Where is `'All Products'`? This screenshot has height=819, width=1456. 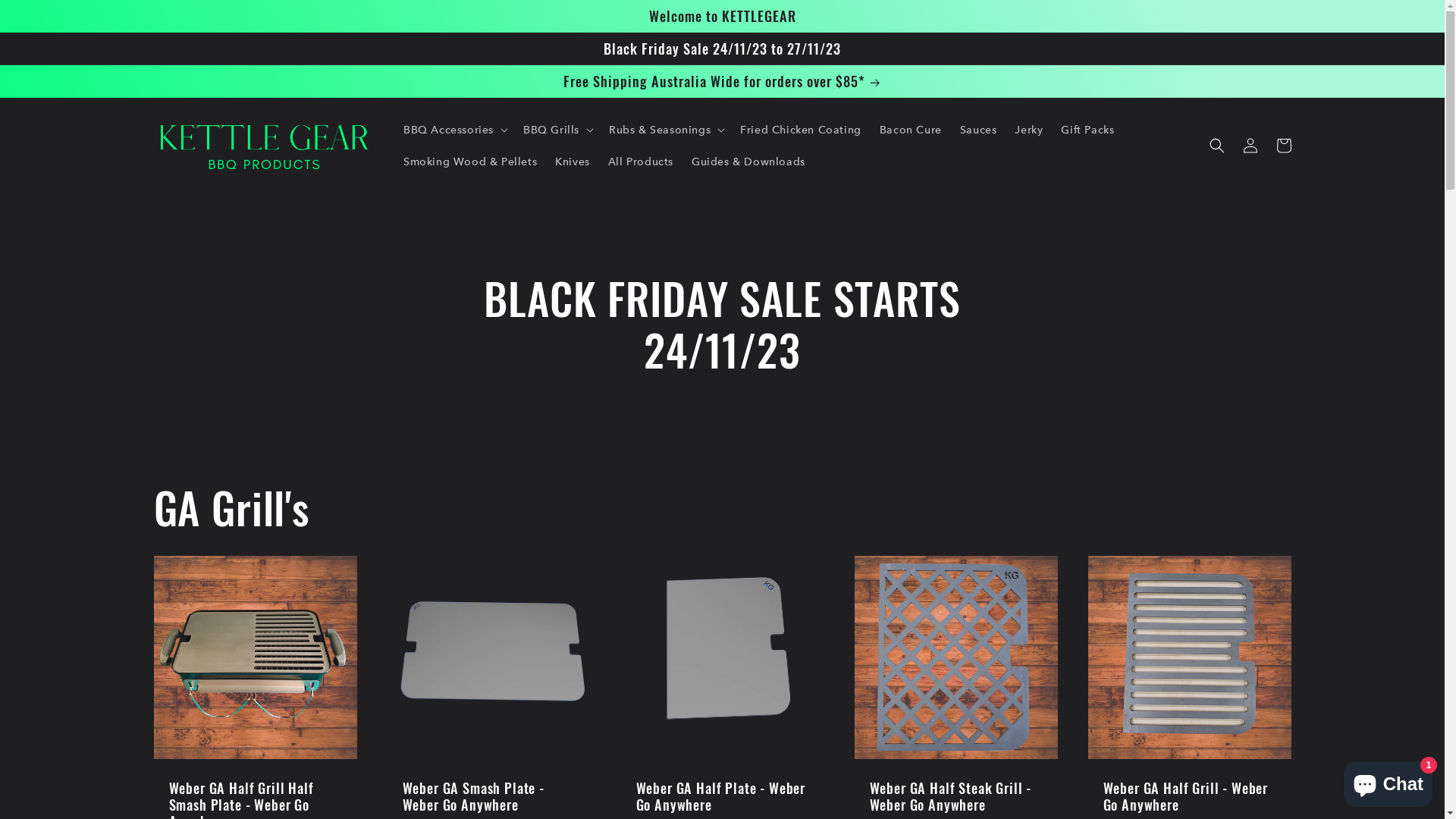
'All Products' is located at coordinates (640, 161).